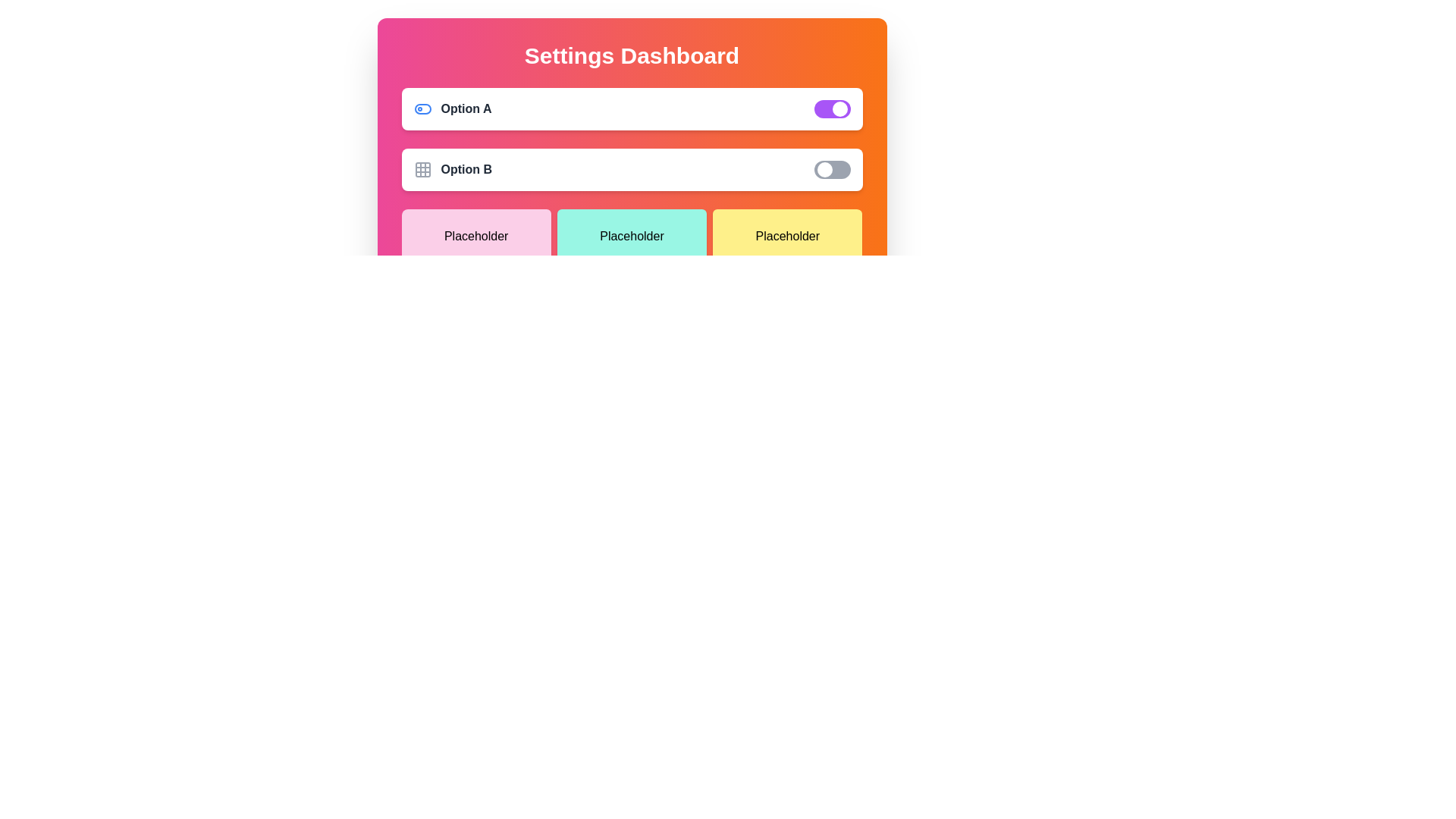 This screenshot has width=1456, height=819. Describe the element at coordinates (422, 169) in the screenshot. I see `the grid icon located to the left of the text 'Option B'` at that location.